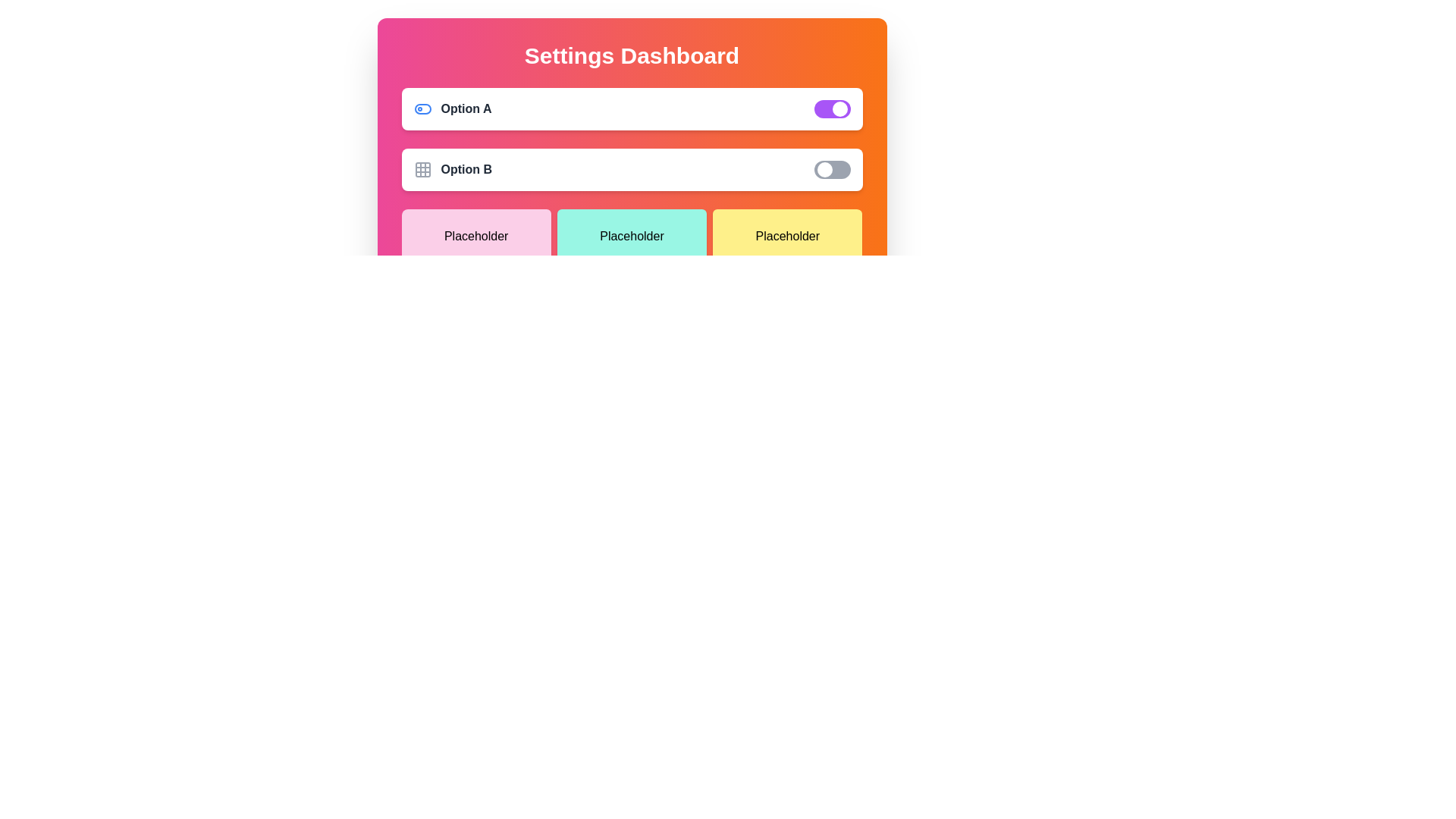 This screenshot has width=1456, height=819. Describe the element at coordinates (422, 169) in the screenshot. I see `the grid icon located to the left of the text 'Option B'` at that location.